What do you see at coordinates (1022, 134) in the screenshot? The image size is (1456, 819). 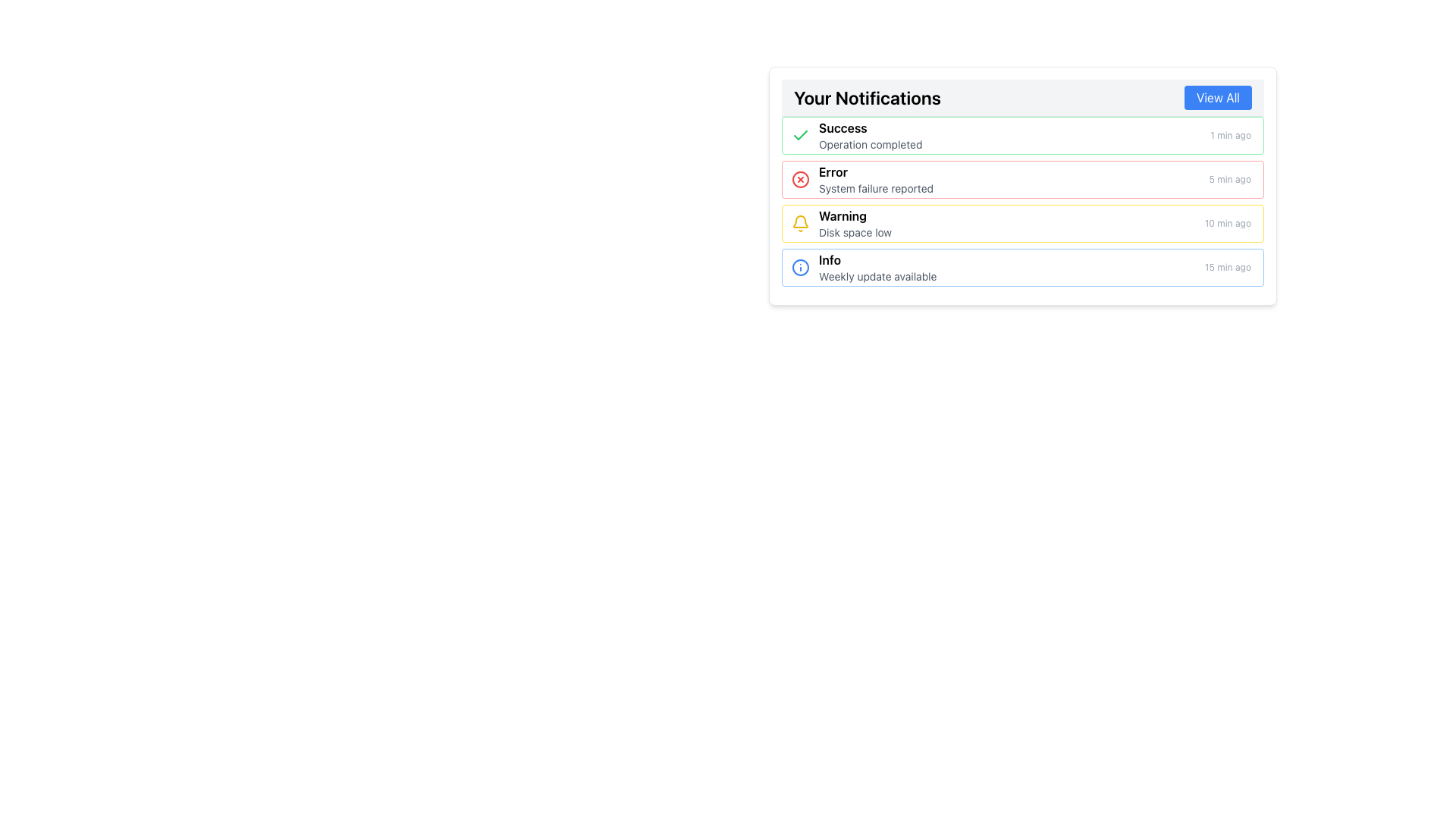 I see `the notification card with a green checkmark titled 'Success', which indicates that an operation has been completed, located at the top of the notification list` at bounding box center [1022, 134].